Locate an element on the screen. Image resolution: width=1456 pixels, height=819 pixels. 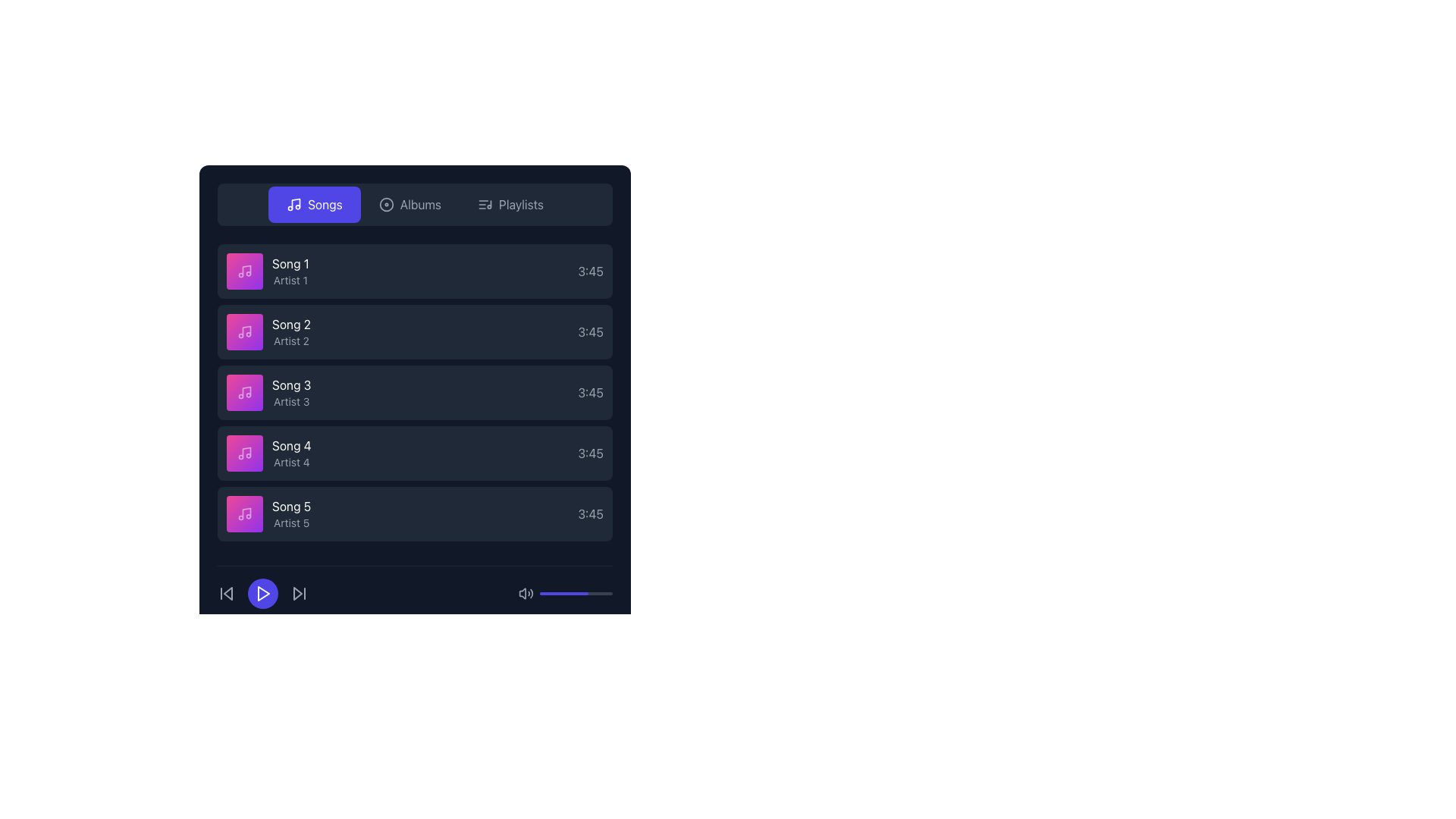
on the song entry in the list representing a song, located fourth from the top, between 'Song 3' and 'Song 5' is located at coordinates (268, 452).